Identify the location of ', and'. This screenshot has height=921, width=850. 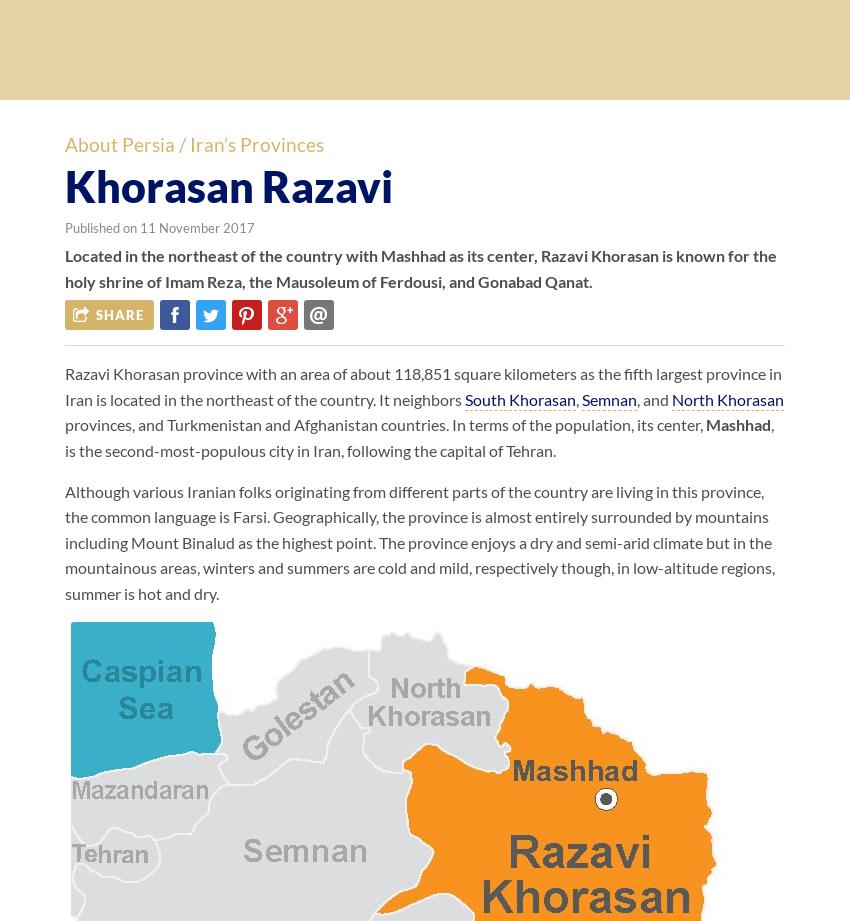
(635, 398).